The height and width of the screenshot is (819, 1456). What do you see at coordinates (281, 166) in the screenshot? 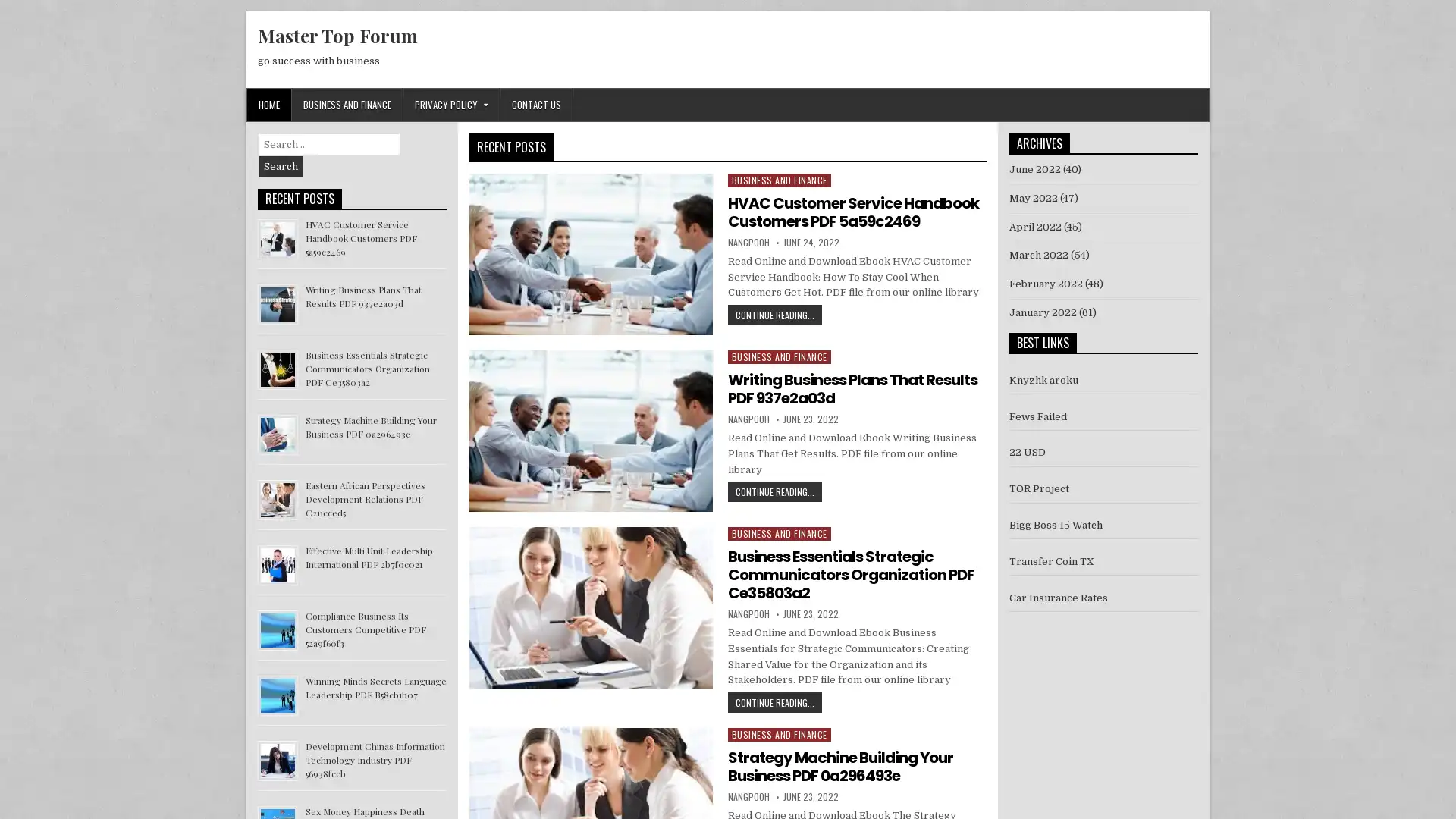
I see `Search` at bounding box center [281, 166].